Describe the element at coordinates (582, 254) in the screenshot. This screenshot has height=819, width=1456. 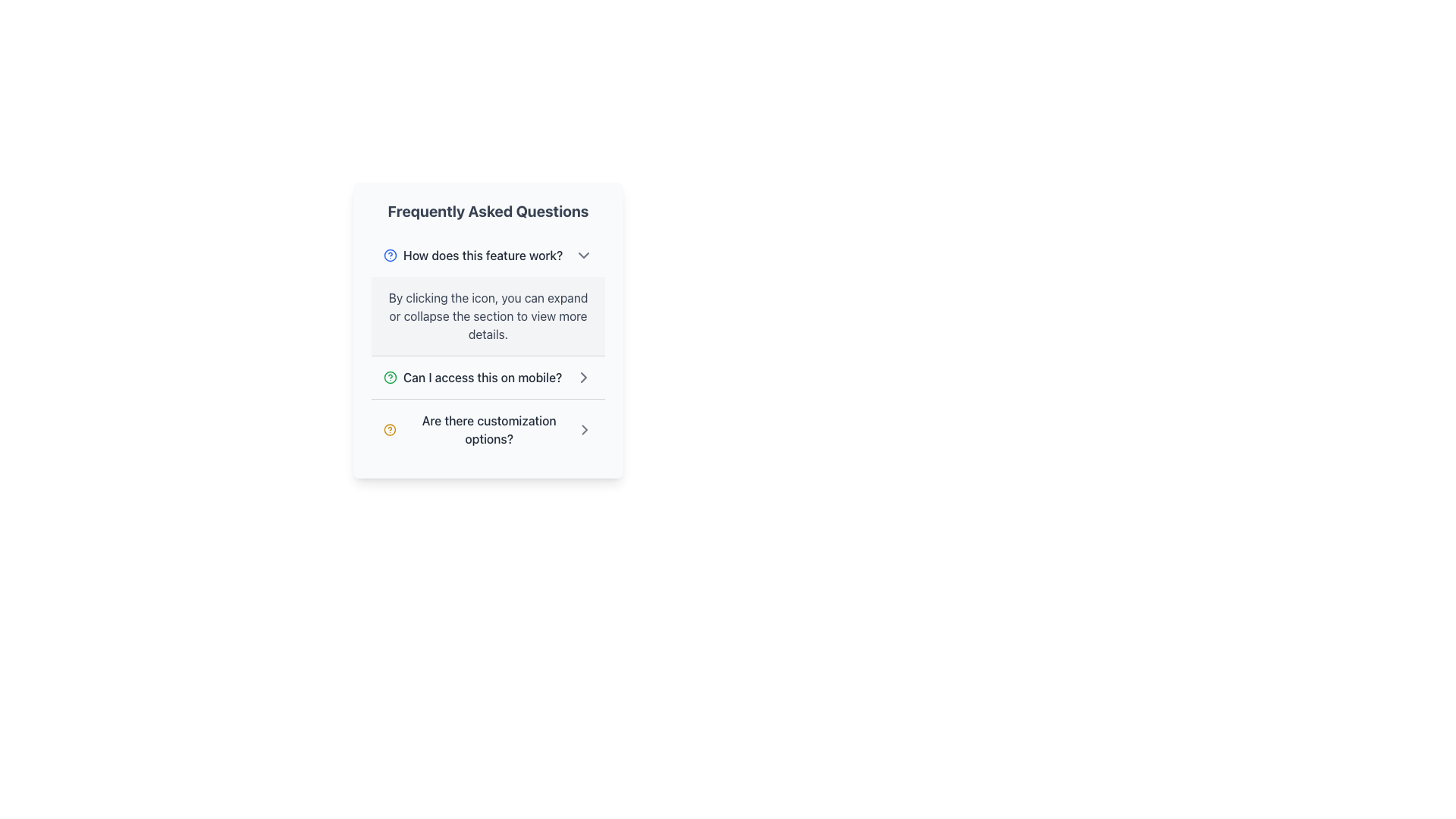
I see `the downward-facing chevron icon located at the right end of the question labeled 'How does this feature work?'` at that location.